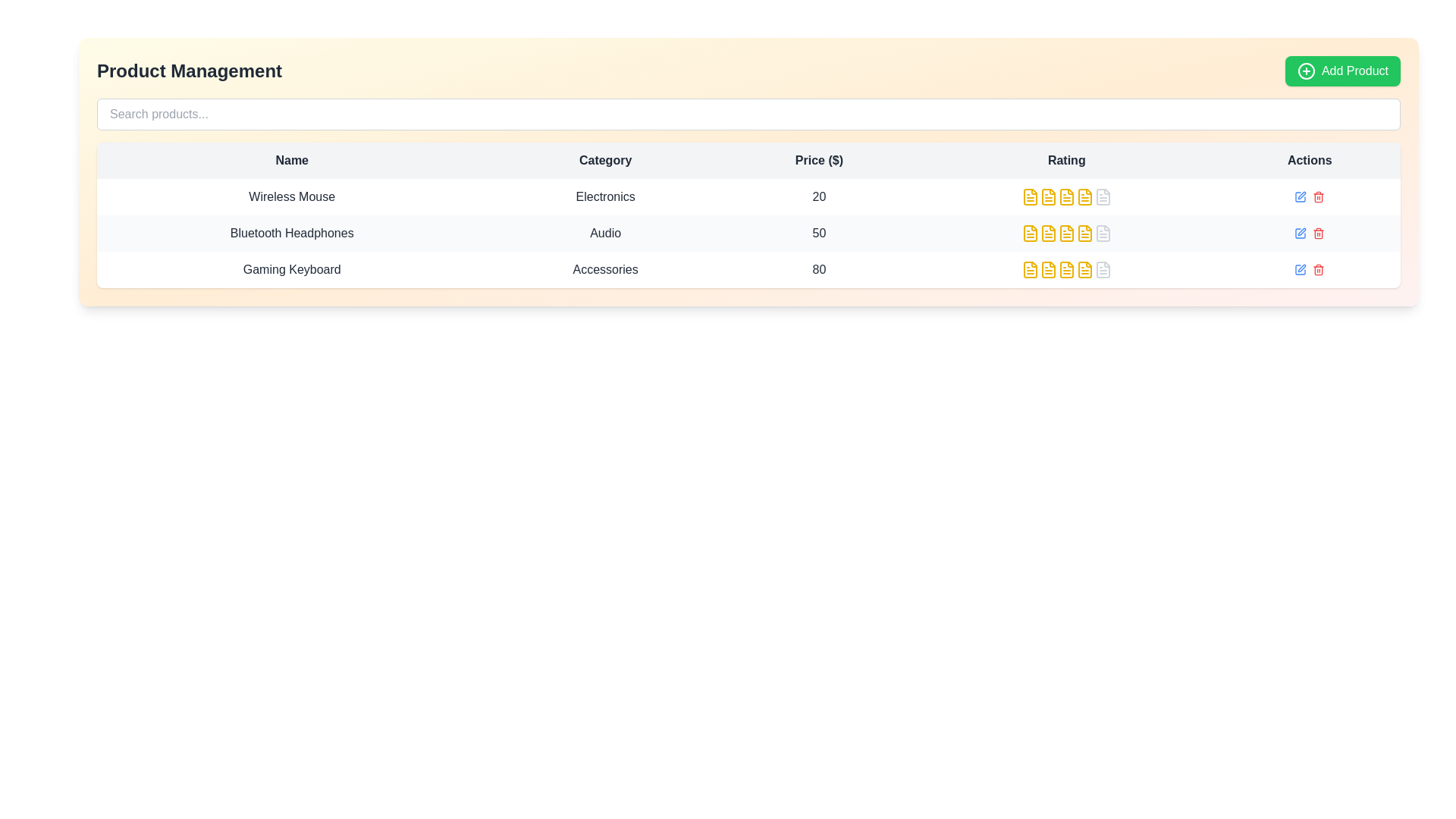  Describe the element at coordinates (1065, 196) in the screenshot. I see `the document icon located in the second row under the 'Rating' column of the table to interact with the document it represents` at that location.